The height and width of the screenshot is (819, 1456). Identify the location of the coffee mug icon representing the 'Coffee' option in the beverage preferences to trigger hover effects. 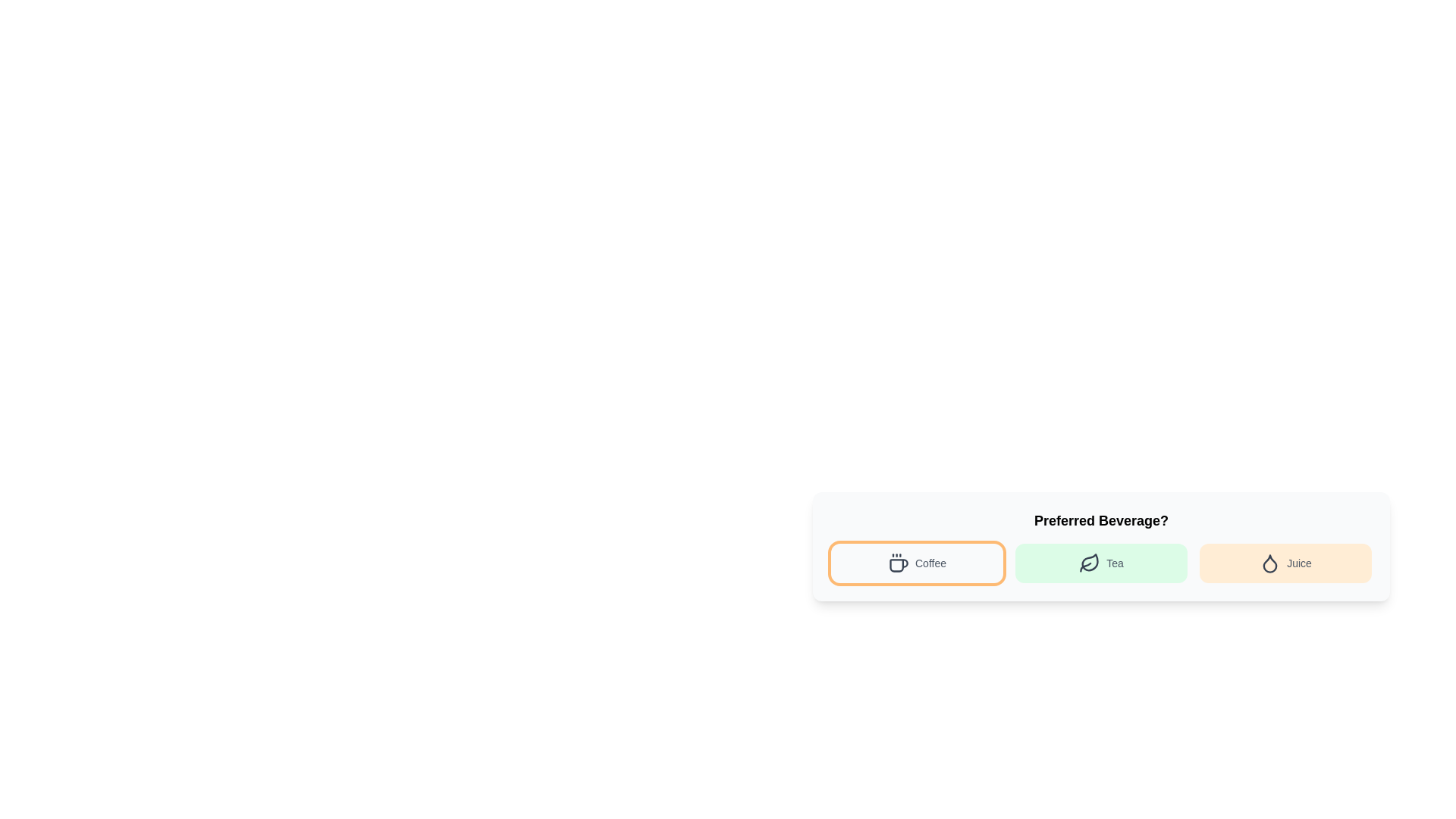
(899, 565).